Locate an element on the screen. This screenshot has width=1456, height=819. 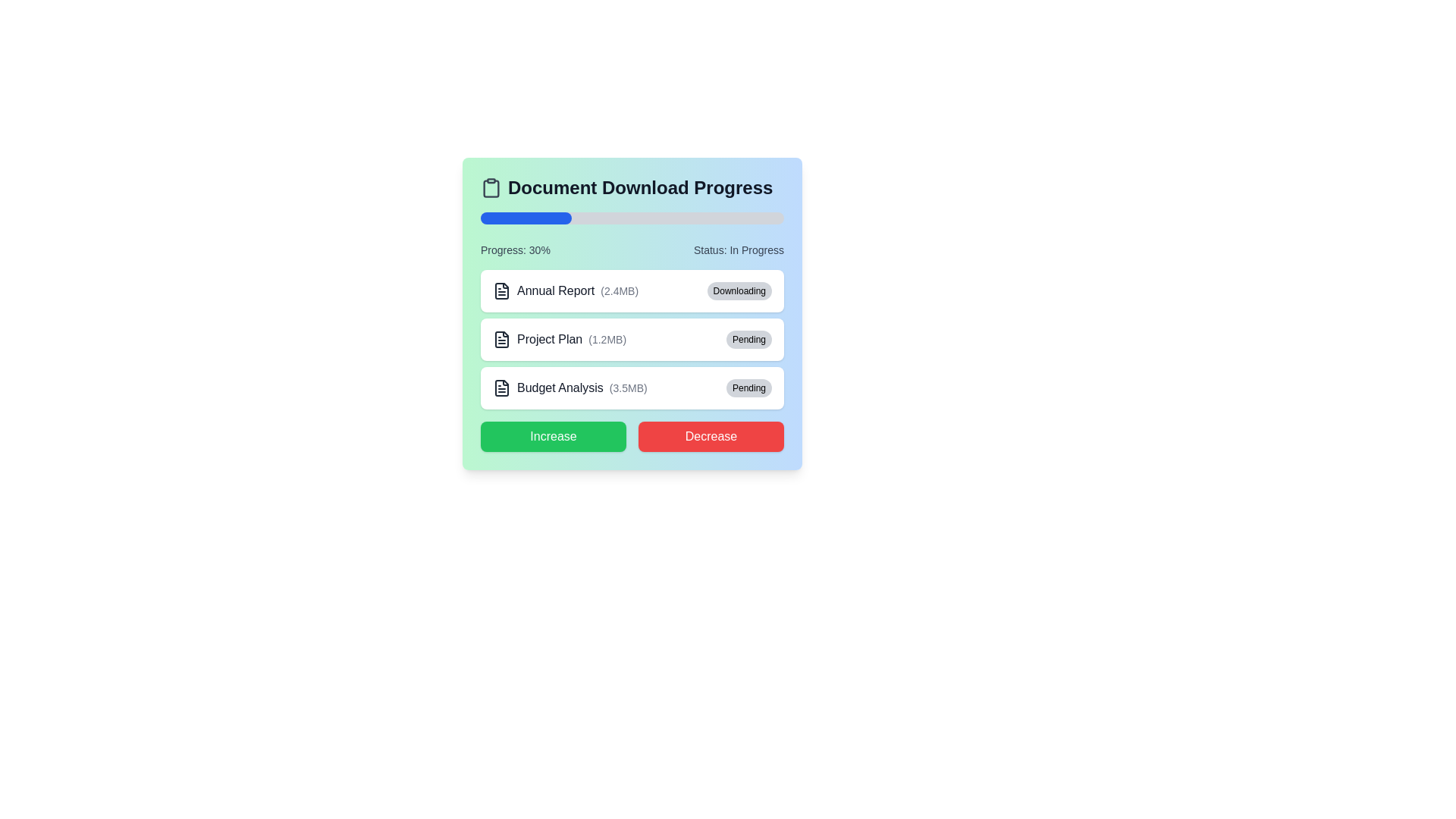
the icon representing the document file for 'Project Plan (1.2MB)', which is the second item in the list of downloadable documents is located at coordinates (502, 338).